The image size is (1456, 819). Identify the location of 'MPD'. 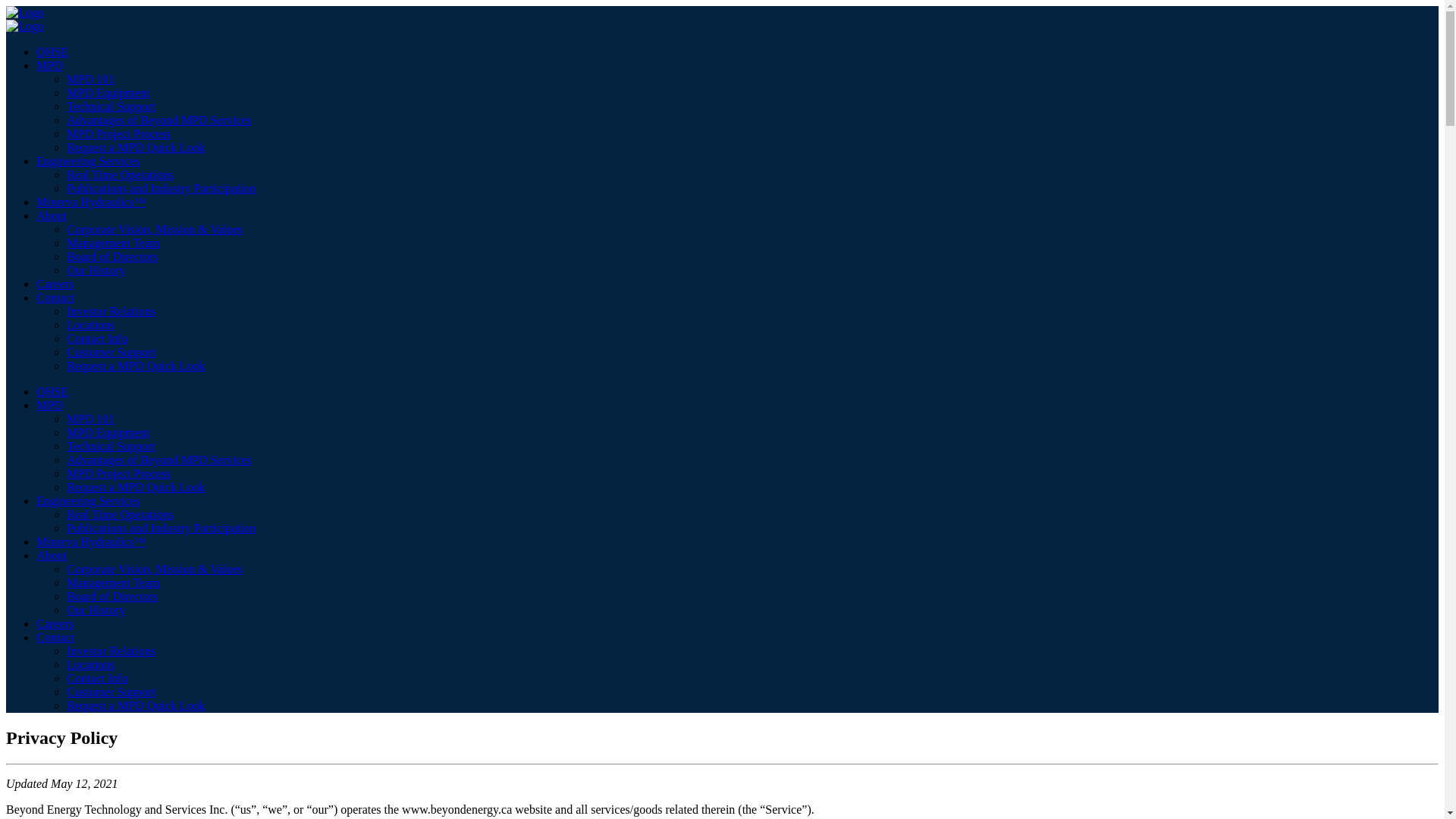
(49, 404).